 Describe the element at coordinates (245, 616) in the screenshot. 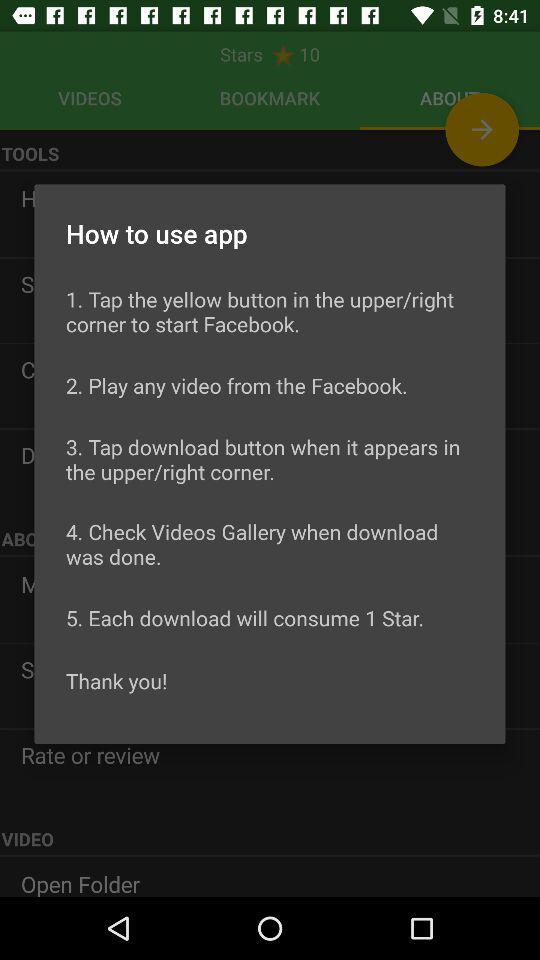

I see `5 each download` at that location.